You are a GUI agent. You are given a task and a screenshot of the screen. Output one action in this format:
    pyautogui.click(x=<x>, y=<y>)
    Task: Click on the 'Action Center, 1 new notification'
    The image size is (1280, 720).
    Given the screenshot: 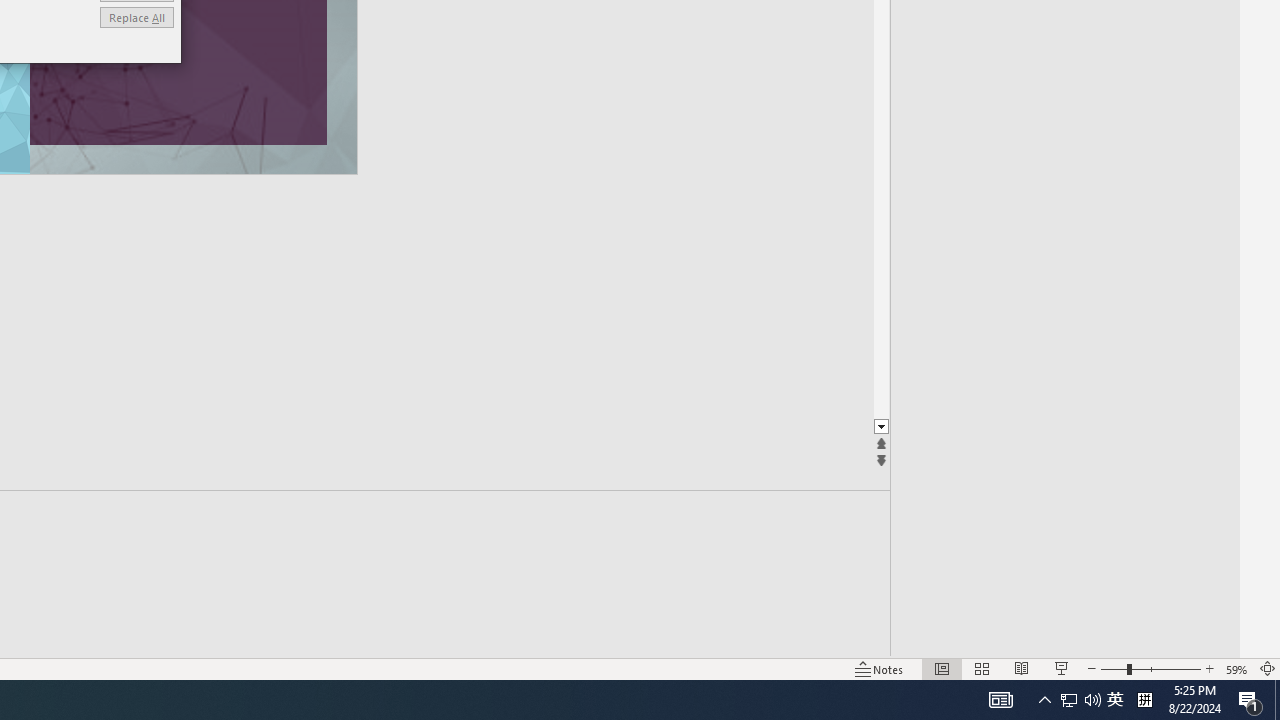 What is the action you would take?
    pyautogui.click(x=1250, y=698)
    